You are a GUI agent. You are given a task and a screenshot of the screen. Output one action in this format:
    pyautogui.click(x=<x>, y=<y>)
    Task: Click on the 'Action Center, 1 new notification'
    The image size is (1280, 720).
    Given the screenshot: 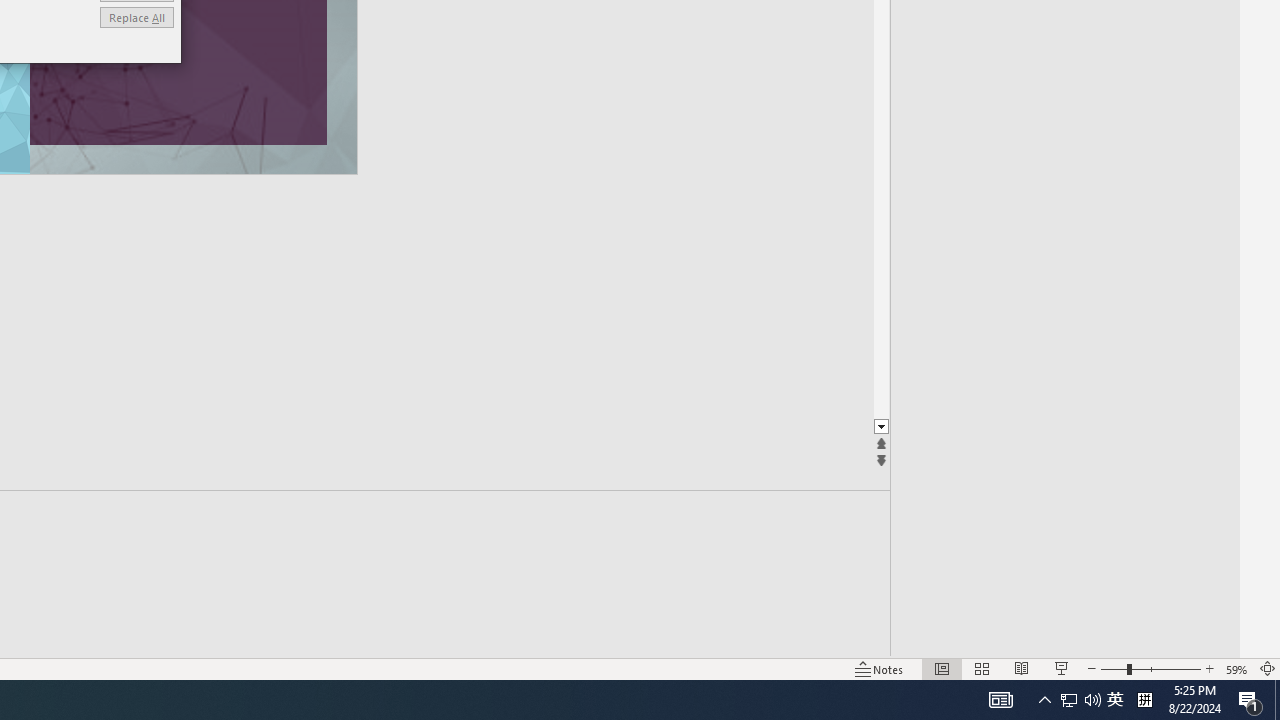 What is the action you would take?
    pyautogui.click(x=1250, y=698)
    